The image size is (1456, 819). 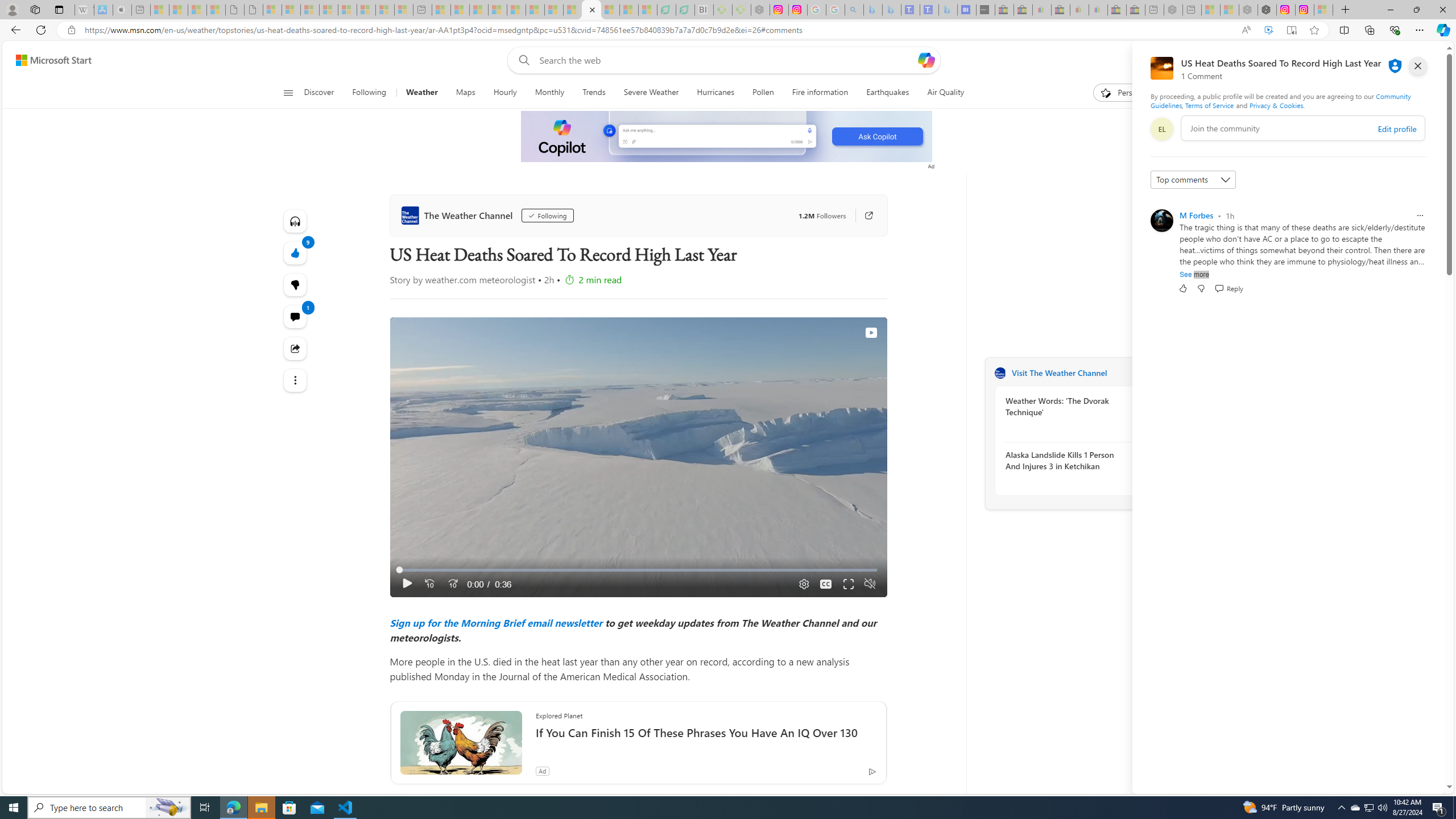 What do you see at coordinates (871, 771) in the screenshot?
I see `'Ad Choice'` at bounding box center [871, 771].